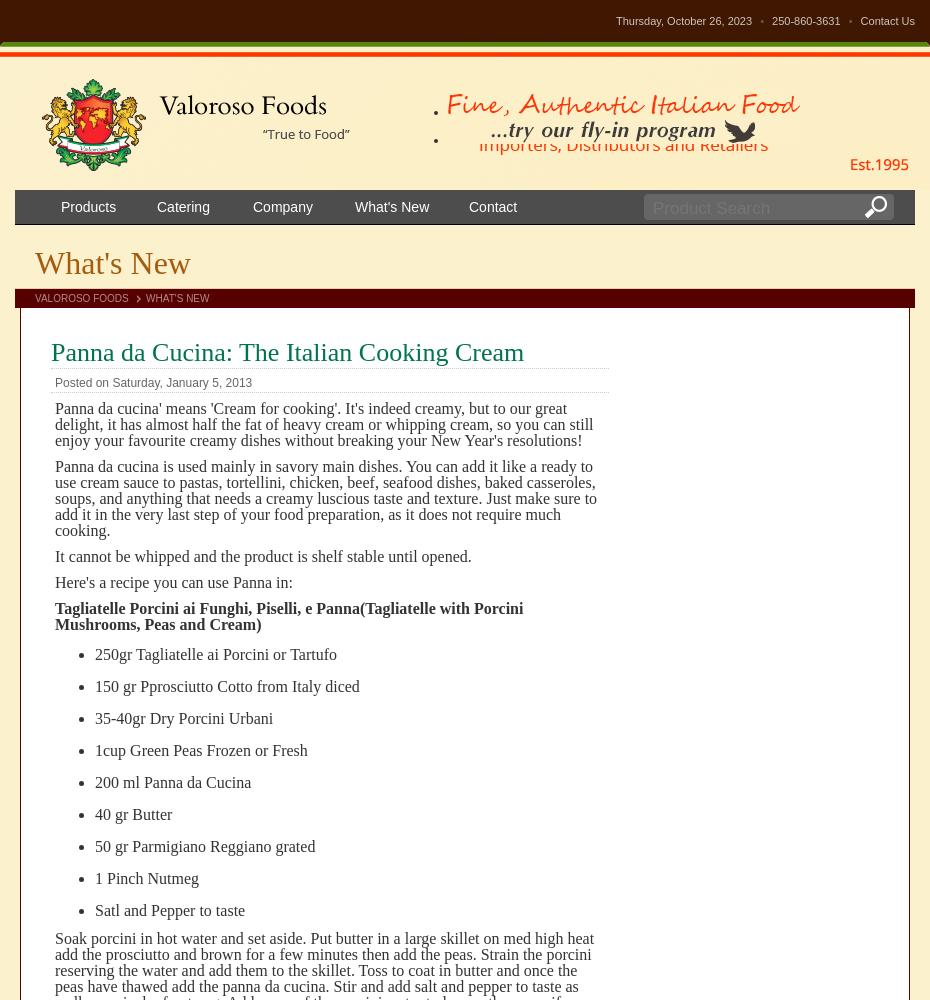 Image resolution: width=930 pixels, height=1000 pixels. What do you see at coordinates (53, 473) in the screenshot?
I see `'anna da cucina is used mainly in savory main dishes. You can add it like a ready to use cream sauce to'` at bounding box center [53, 473].